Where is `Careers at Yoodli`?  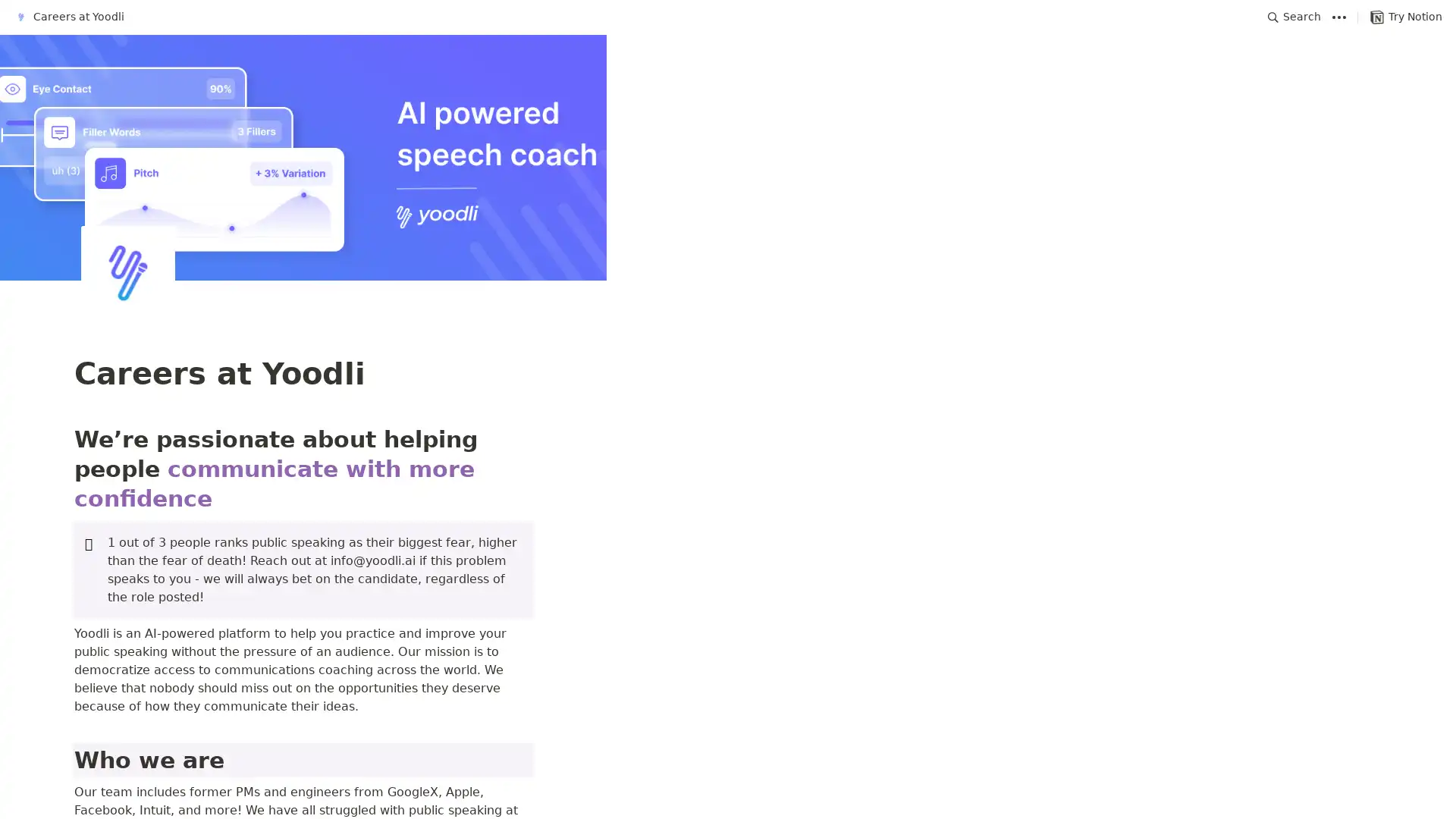 Careers at Yoodli is located at coordinates (68, 17).